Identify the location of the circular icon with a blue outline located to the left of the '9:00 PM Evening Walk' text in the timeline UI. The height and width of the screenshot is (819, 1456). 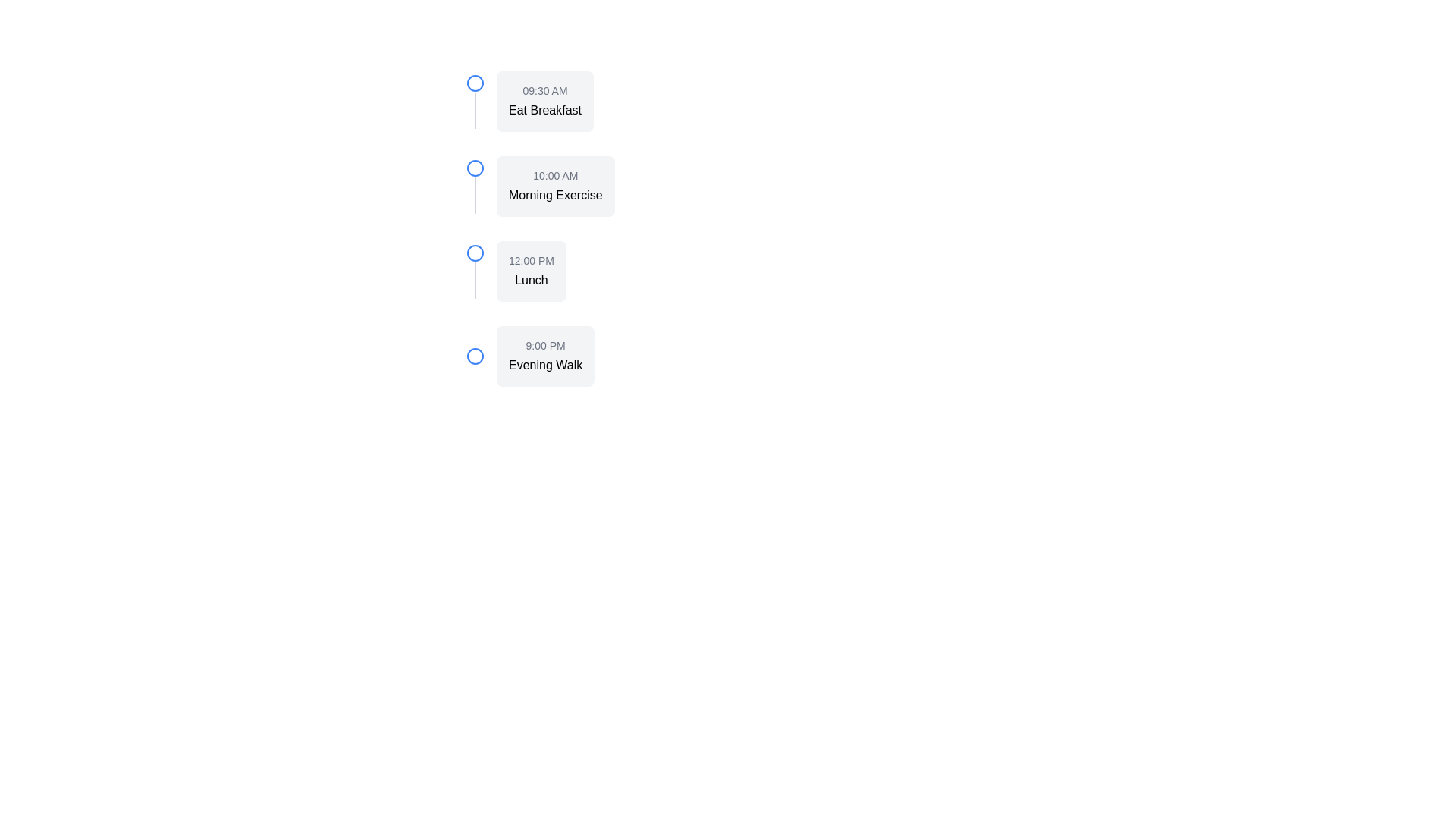
(475, 356).